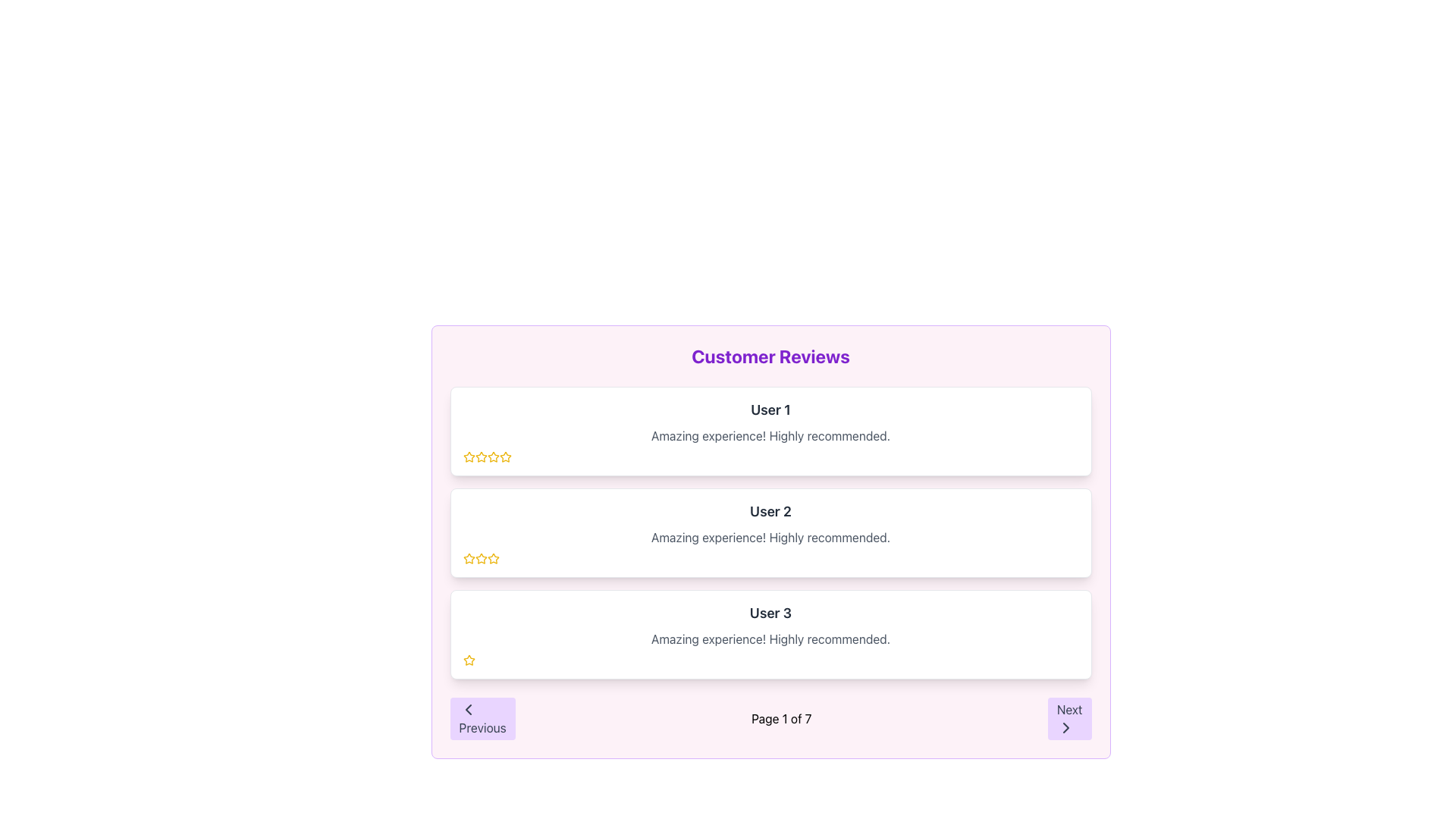 This screenshot has width=1456, height=819. What do you see at coordinates (1065, 727) in the screenshot?
I see `the arrow icon representing navigation, which is located inside the 'Next' button at the bottom-right corner of the interface` at bounding box center [1065, 727].